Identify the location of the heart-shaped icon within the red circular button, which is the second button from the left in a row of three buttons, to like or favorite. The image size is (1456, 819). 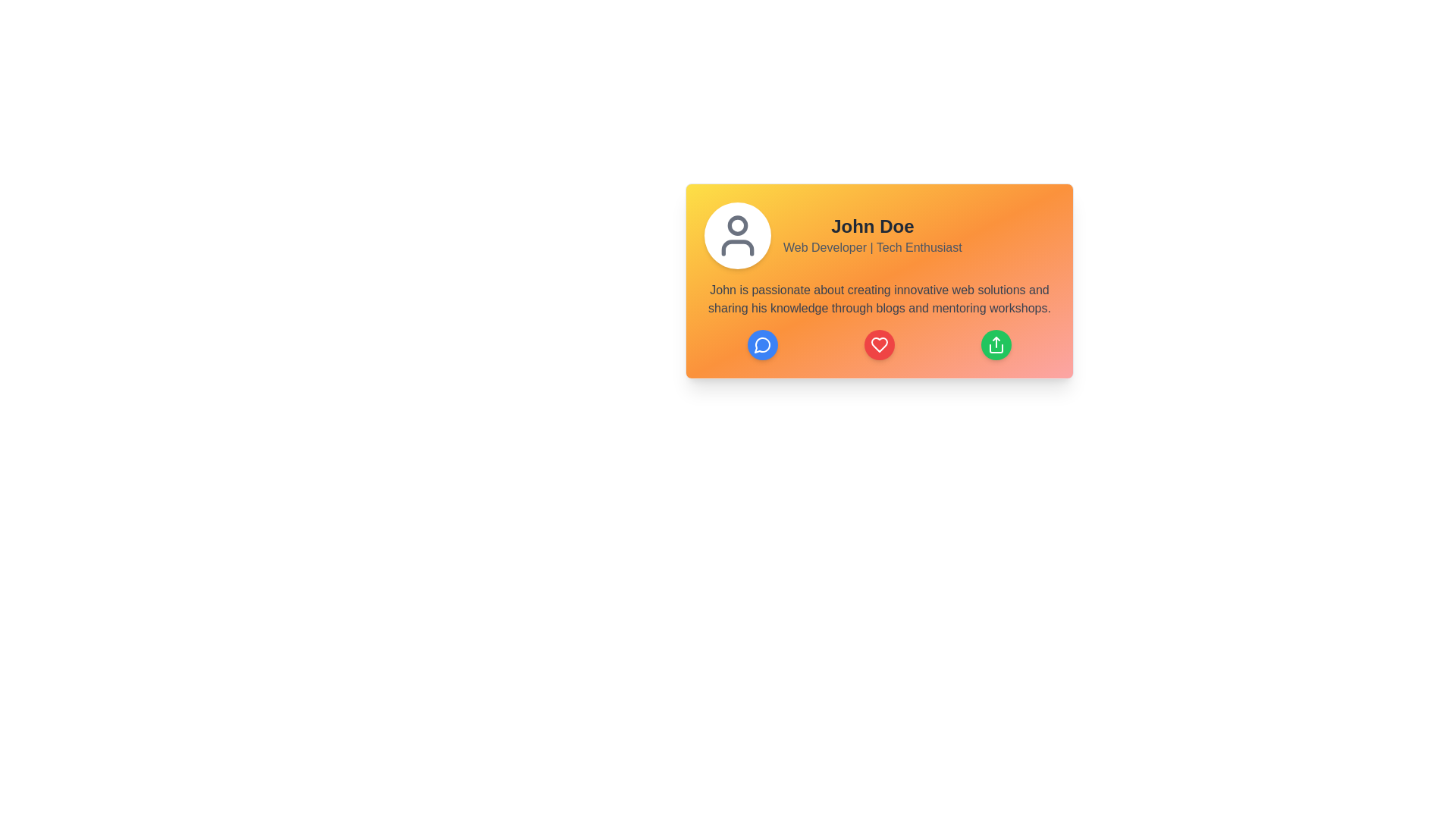
(880, 345).